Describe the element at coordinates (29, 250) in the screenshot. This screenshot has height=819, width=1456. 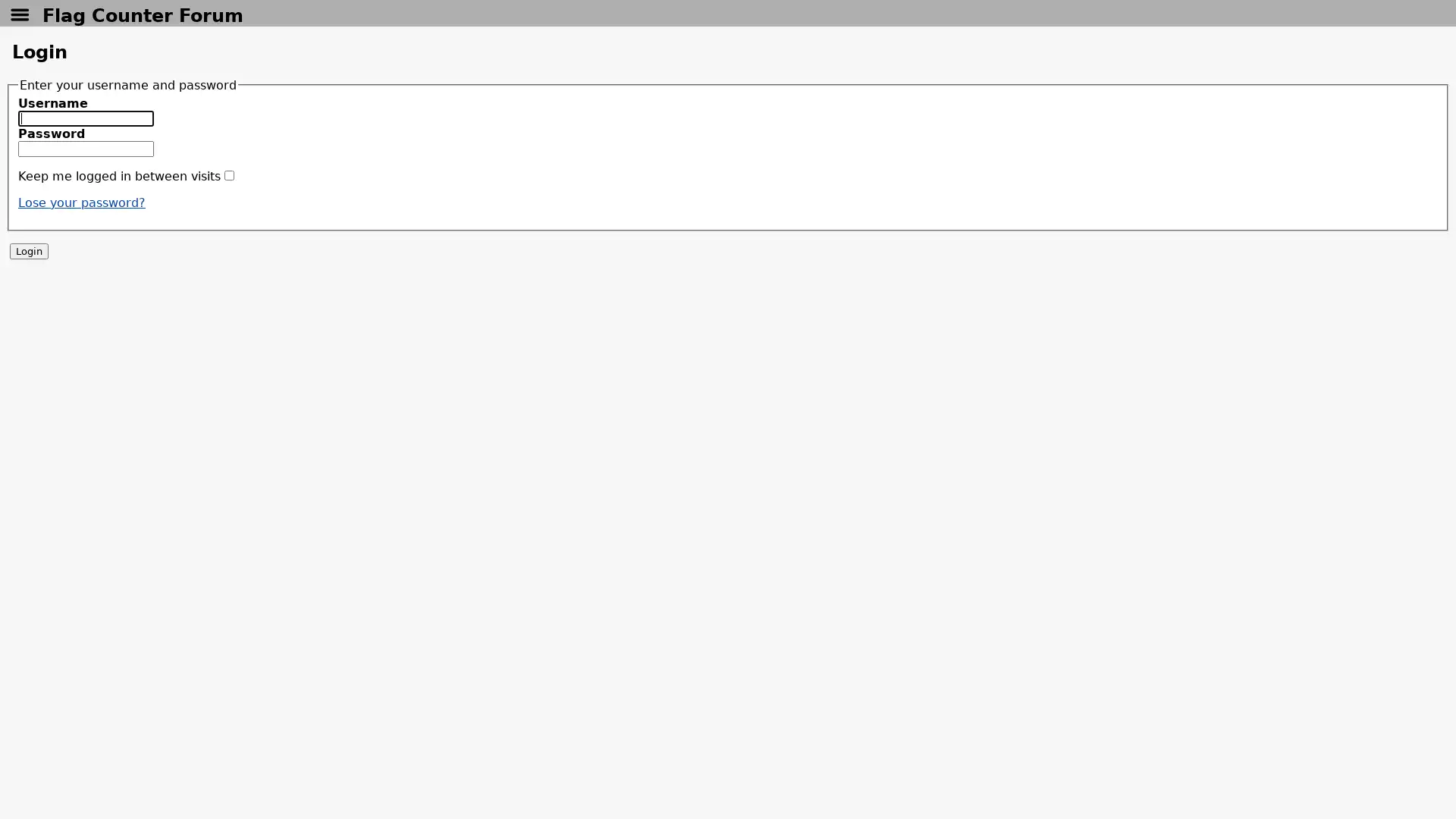
I see `Login` at that location.